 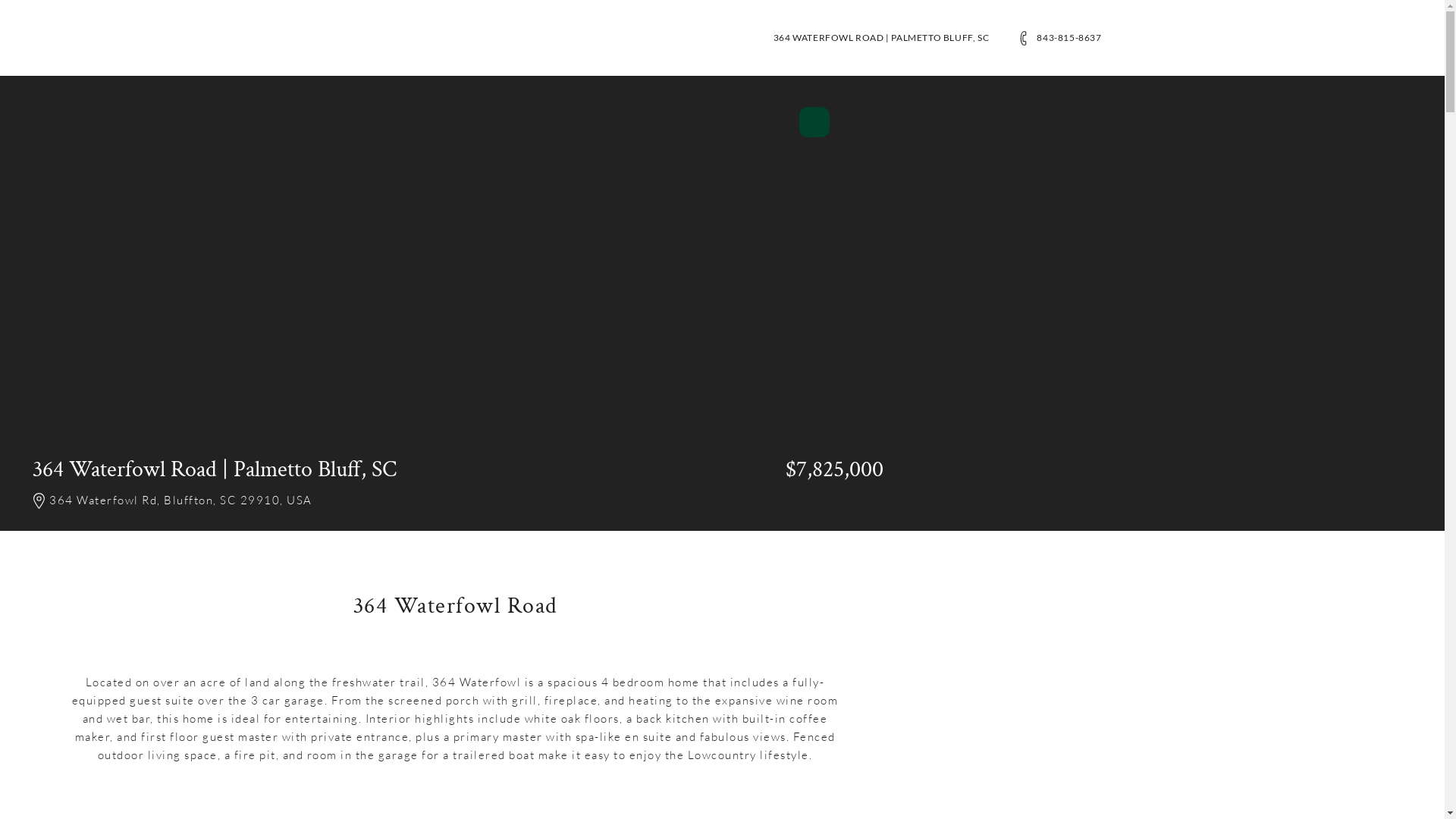 What do you see at coordinates (188, 501) in the screenshot?
I see `'364 Waterfowl Rd, Bluffton, SC 29910, USA'` at bounding box center [188, 501].